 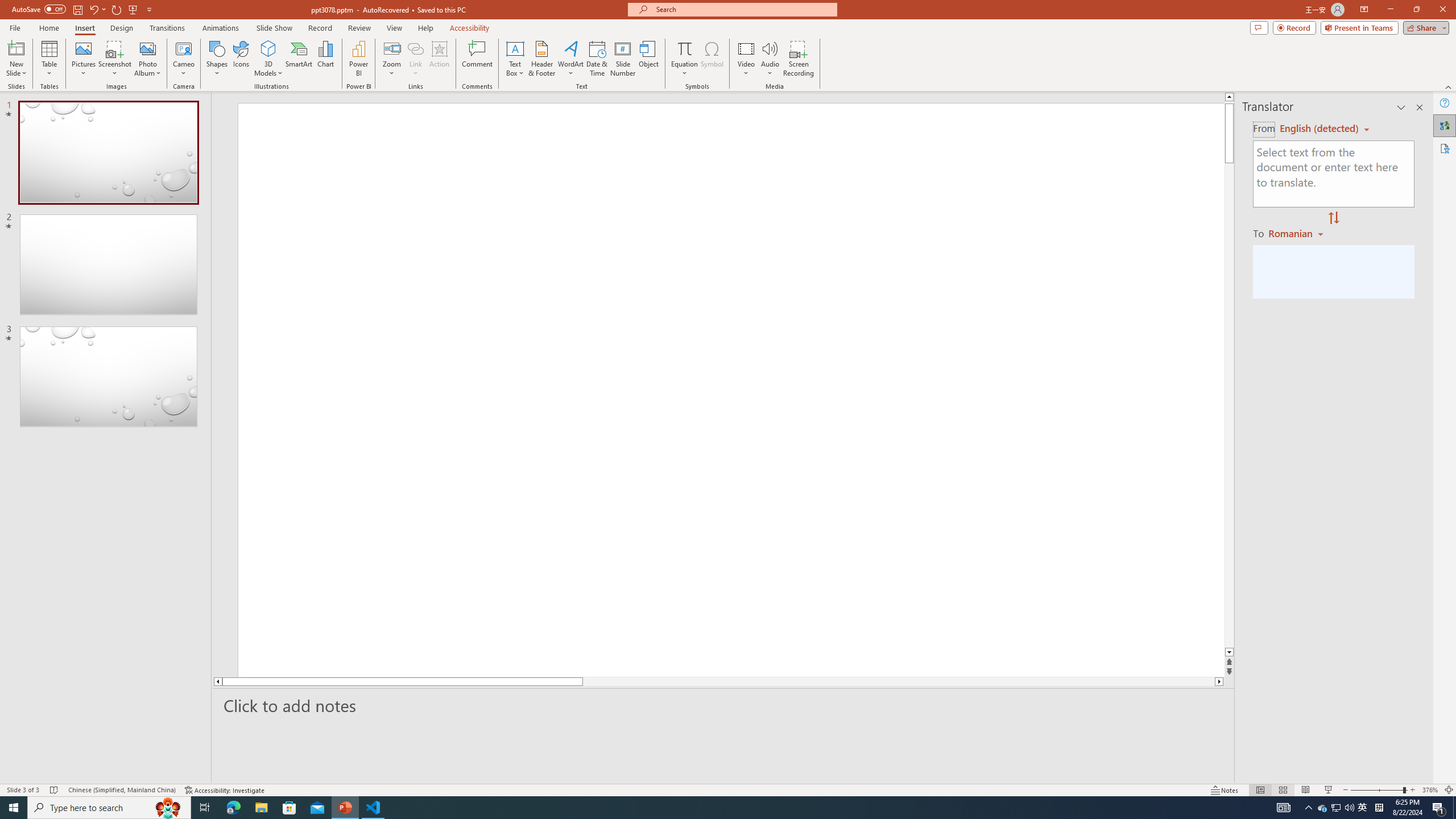 I want to click on 'Slide Number', so click(x=622, y=59).